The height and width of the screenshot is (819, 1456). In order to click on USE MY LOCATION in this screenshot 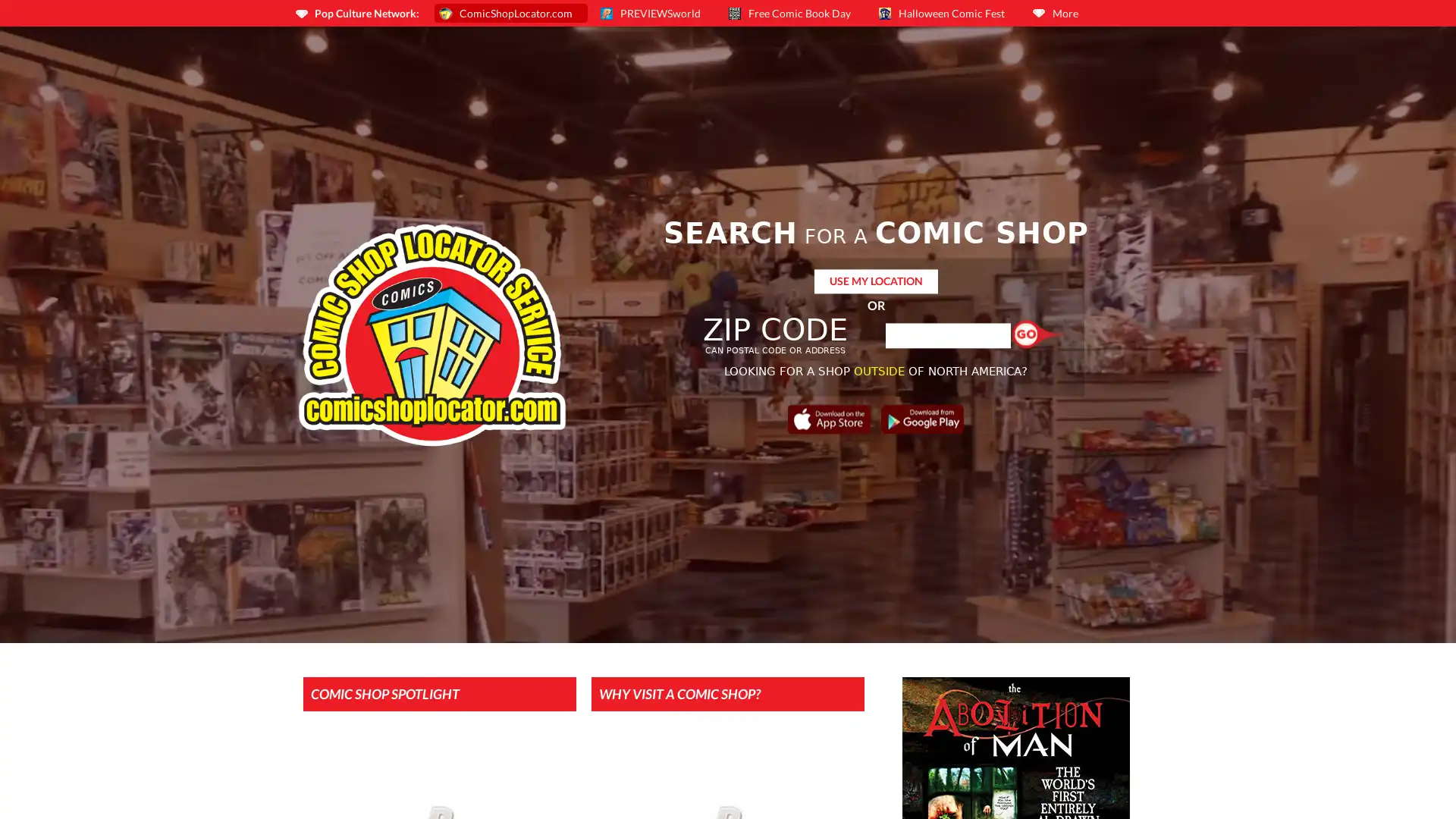, I will do `click(875, 281)`.